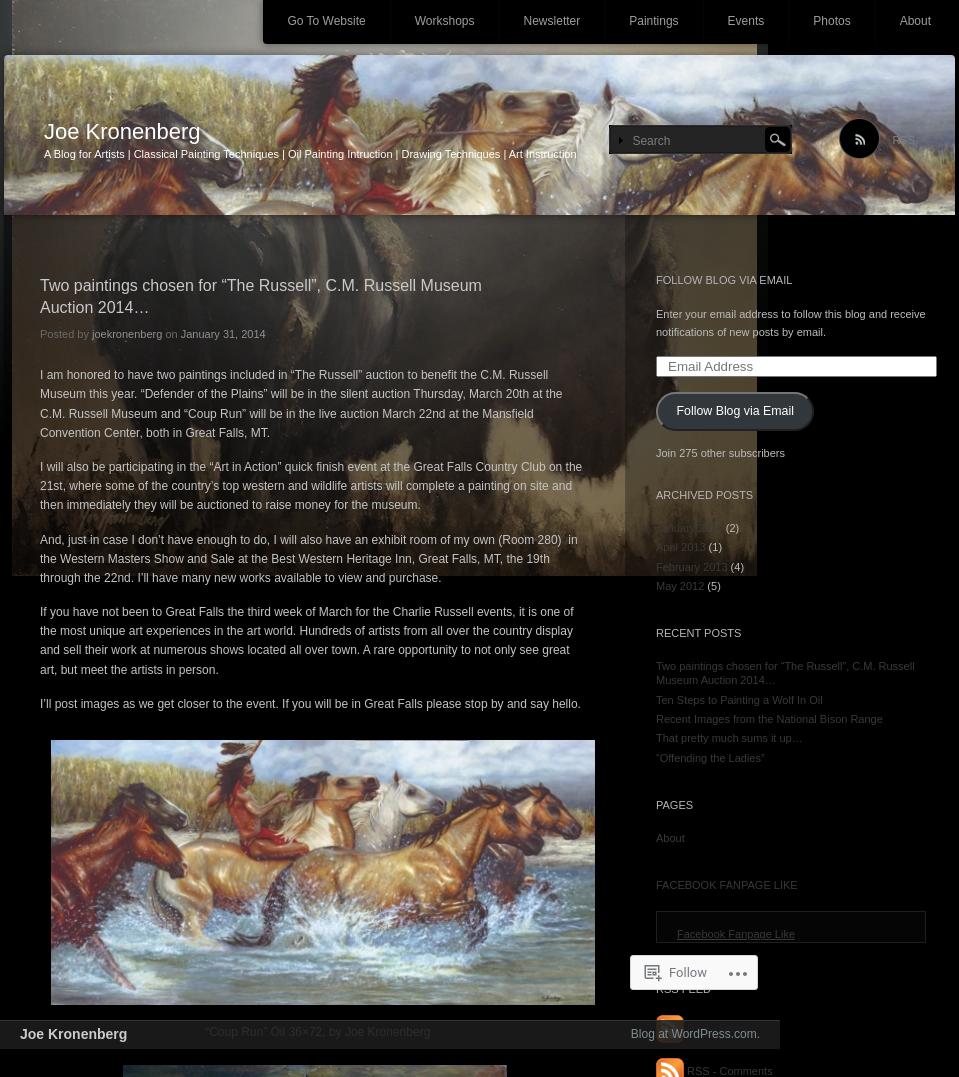  I want to click on '“Offending the Ladies”', so click(655, 756).